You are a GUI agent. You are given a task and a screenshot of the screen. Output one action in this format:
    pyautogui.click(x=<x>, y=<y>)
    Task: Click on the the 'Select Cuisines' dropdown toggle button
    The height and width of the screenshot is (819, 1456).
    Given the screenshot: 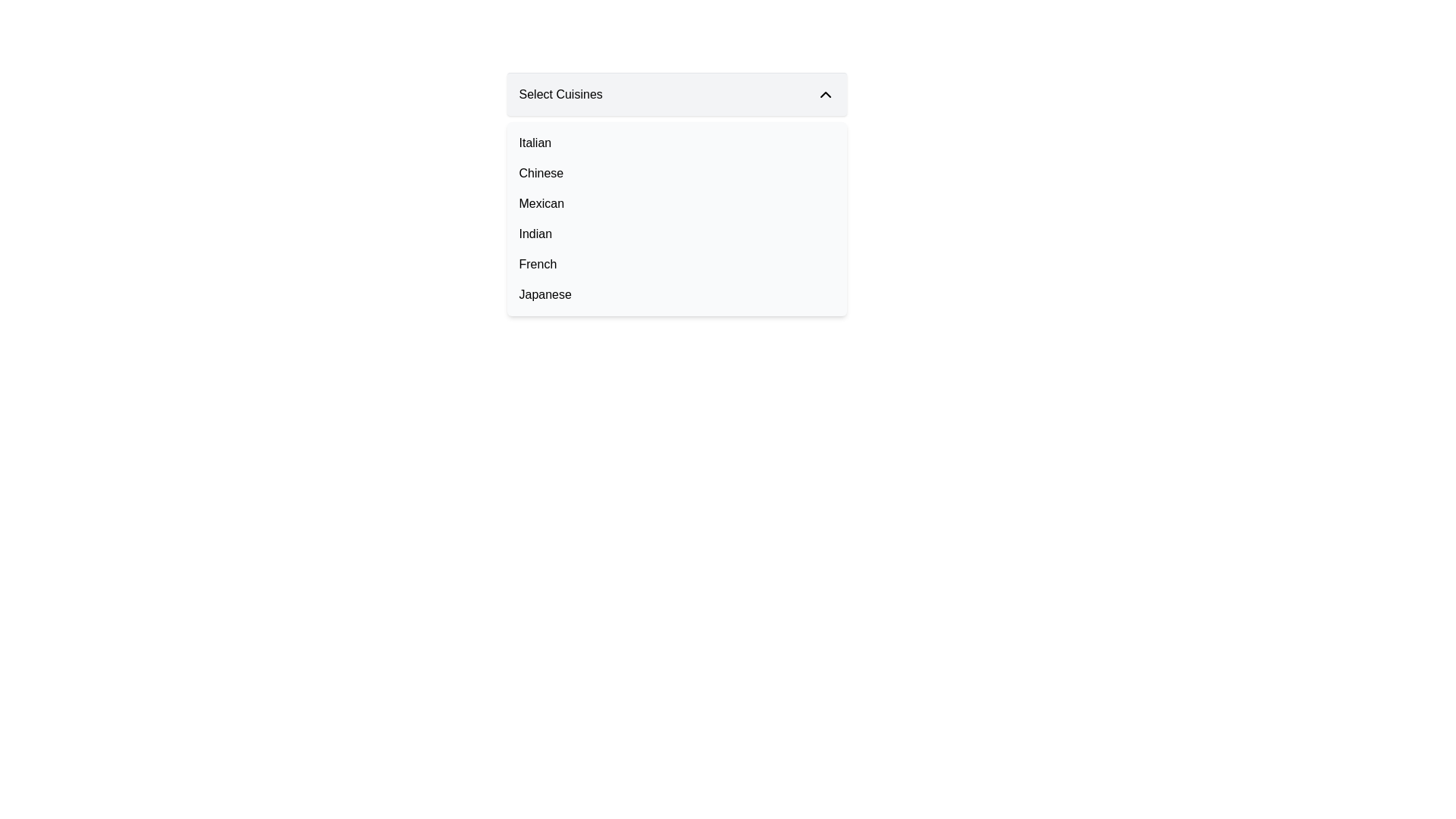 What is the action you would take?
    pyautogui.click(x=676, y=94)
    